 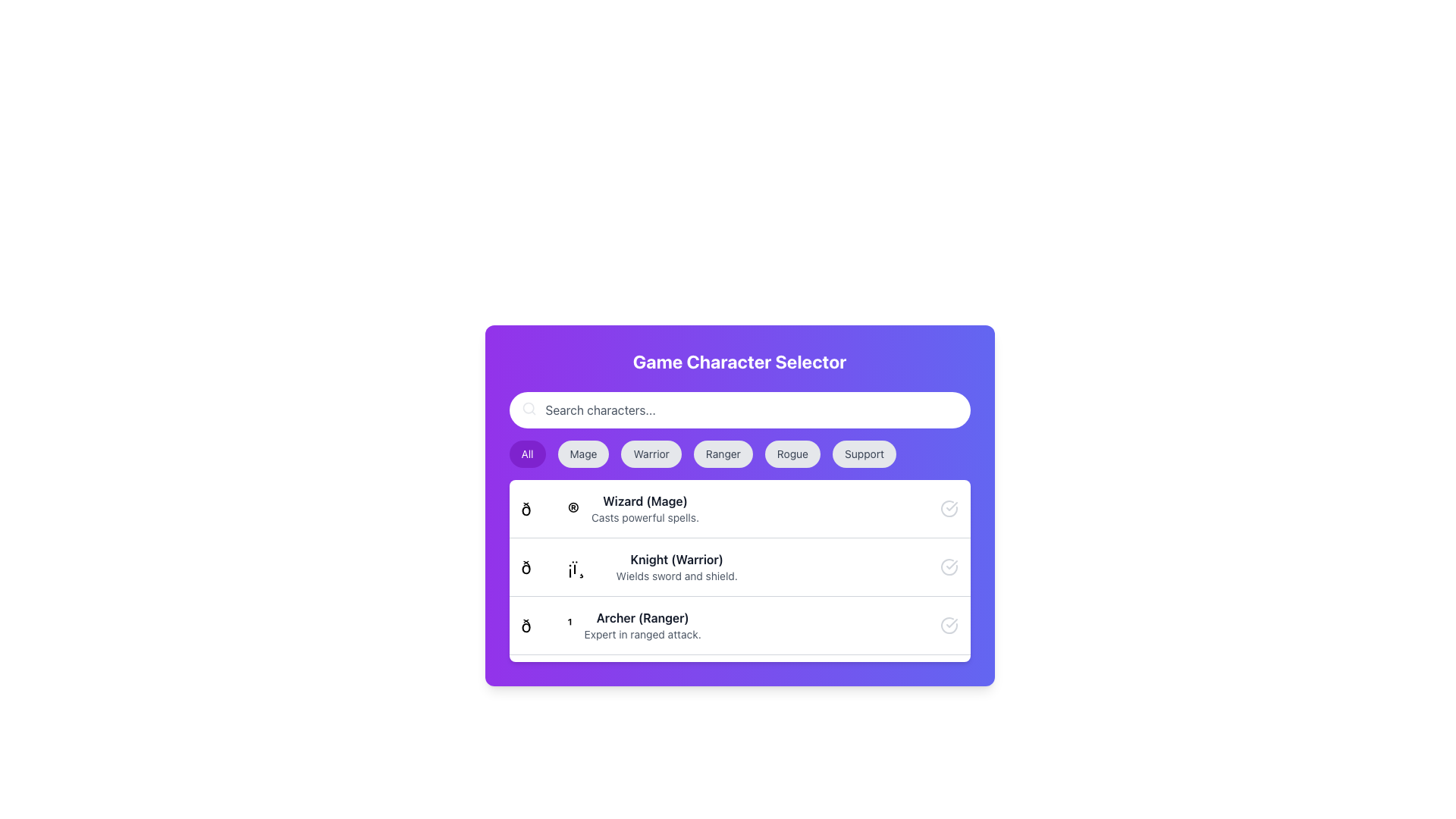 I want to click on the Text block displaying 'Archer (Ranger)' and 'Expert in ranged attack.' which is the third item in the character options list, so click(x=642, y=626).